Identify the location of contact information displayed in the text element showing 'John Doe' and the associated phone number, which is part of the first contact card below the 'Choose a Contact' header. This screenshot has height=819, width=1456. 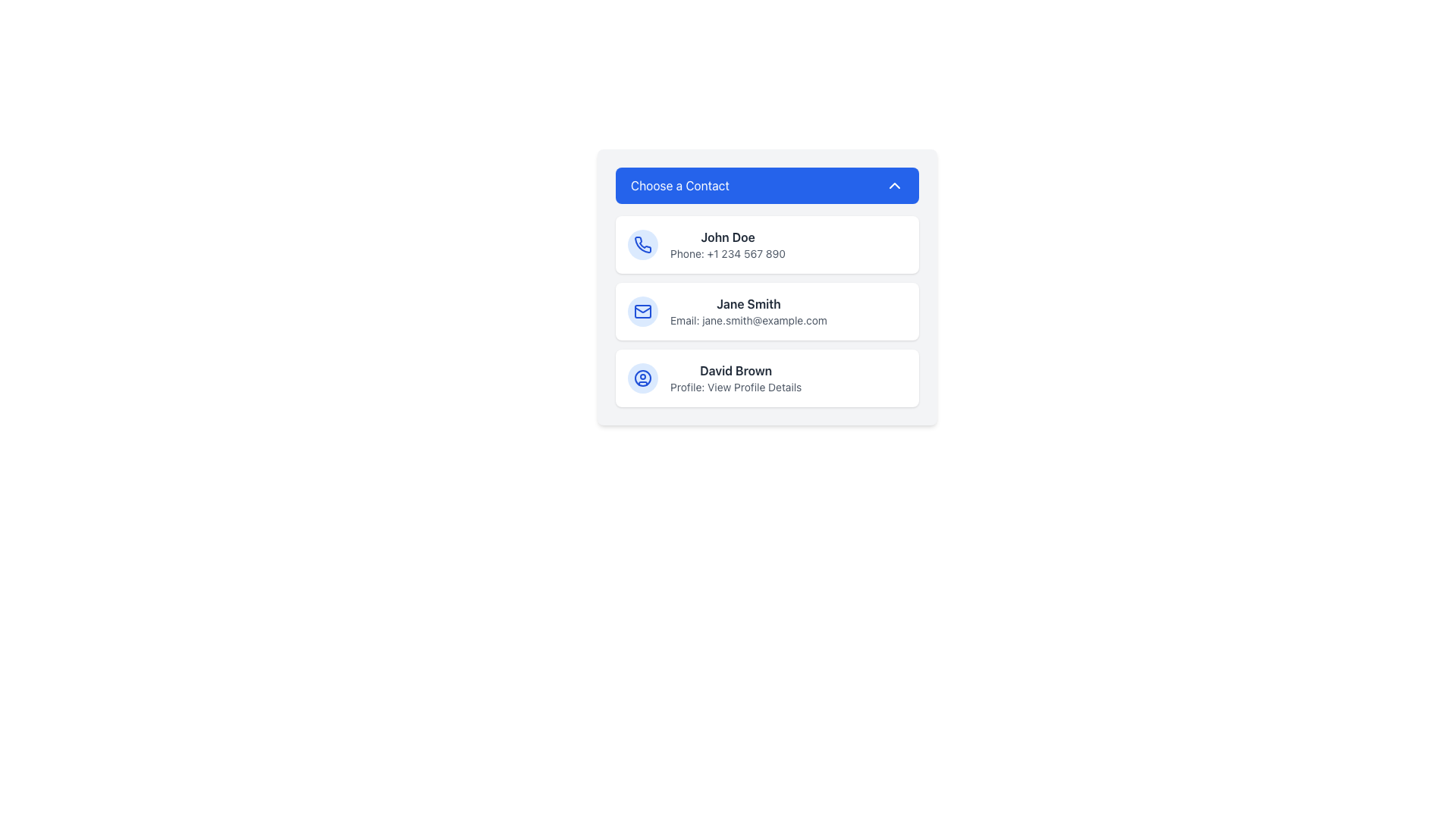
(728, 244).